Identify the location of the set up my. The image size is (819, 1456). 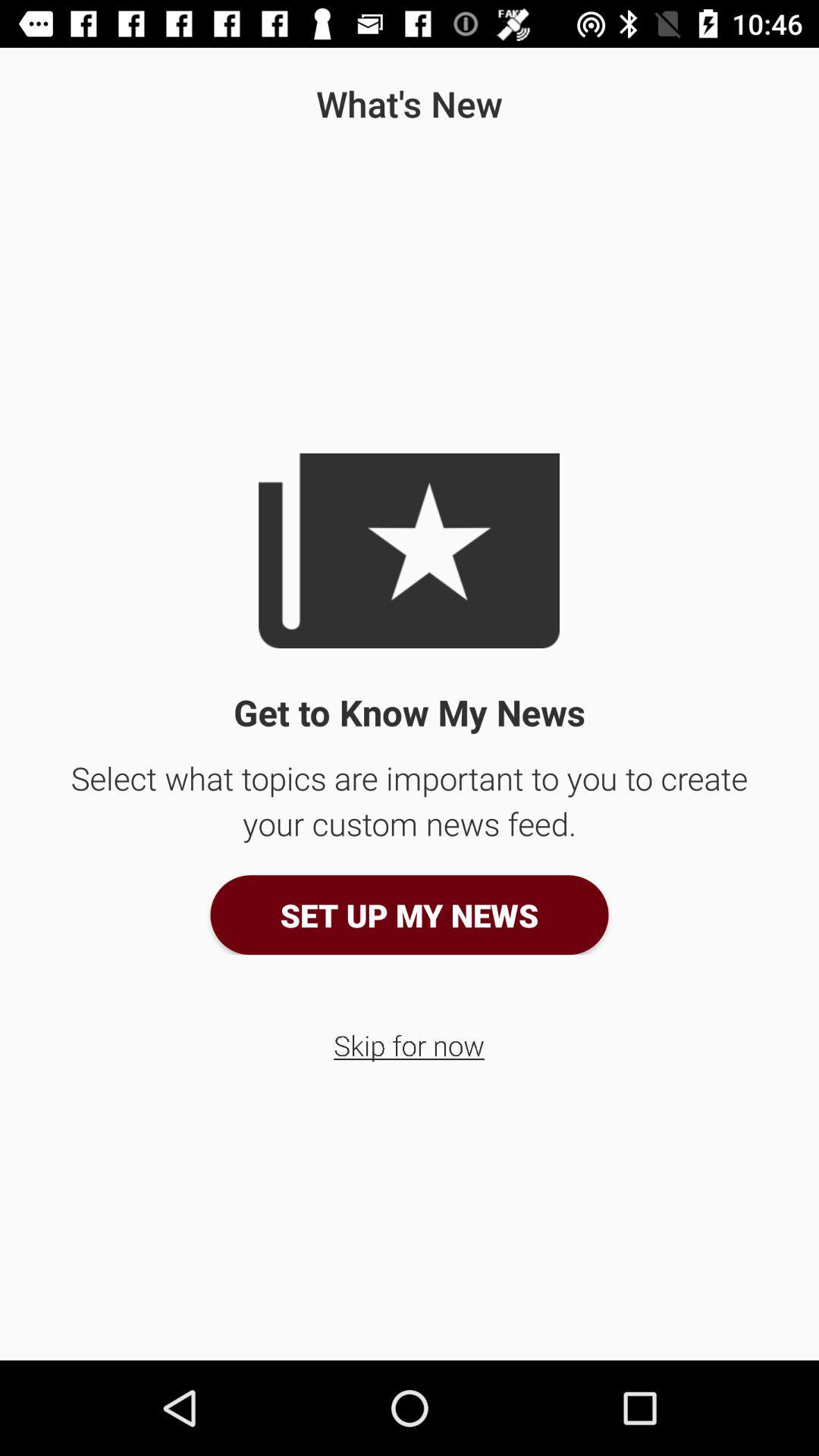
(409, 914).